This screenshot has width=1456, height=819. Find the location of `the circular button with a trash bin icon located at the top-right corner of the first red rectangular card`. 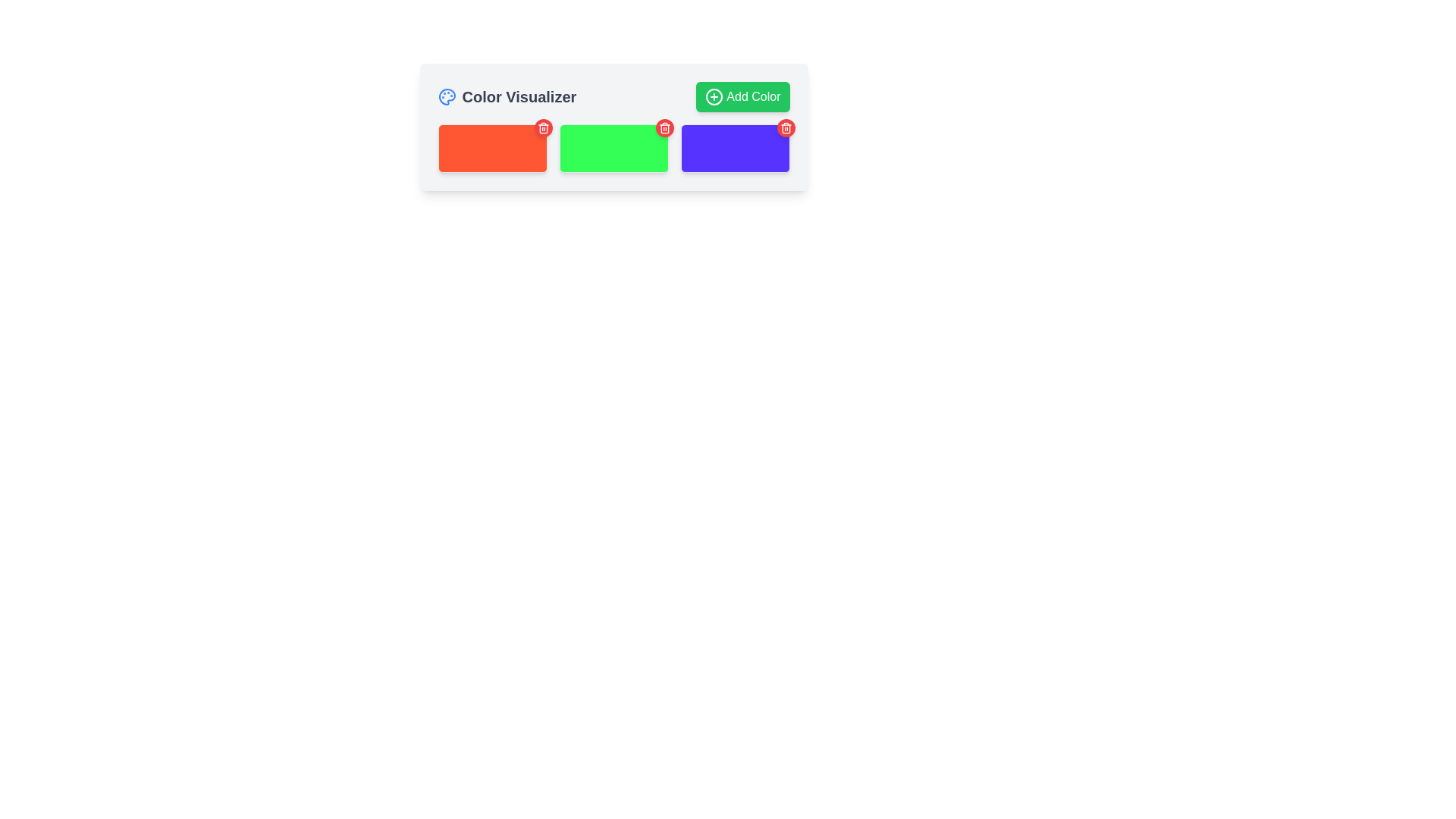

the circular button with a trash bin icon located at the top-right corner of the first red rectangular card is located at coordinates (543, 127).